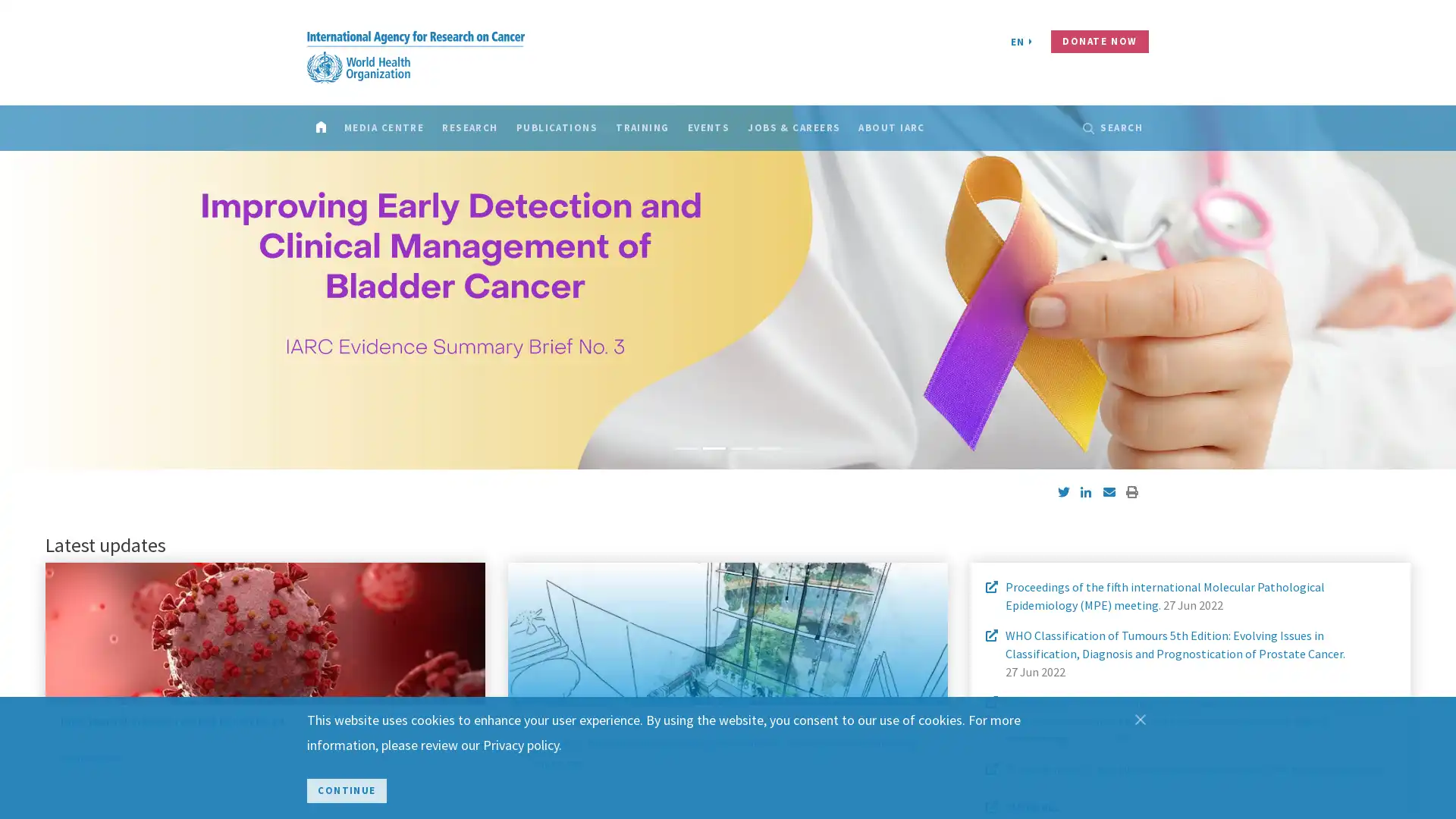 The width and height of the screenshot is (1456, 819). I want to click on Goto Slide 1, so click(686, 447).